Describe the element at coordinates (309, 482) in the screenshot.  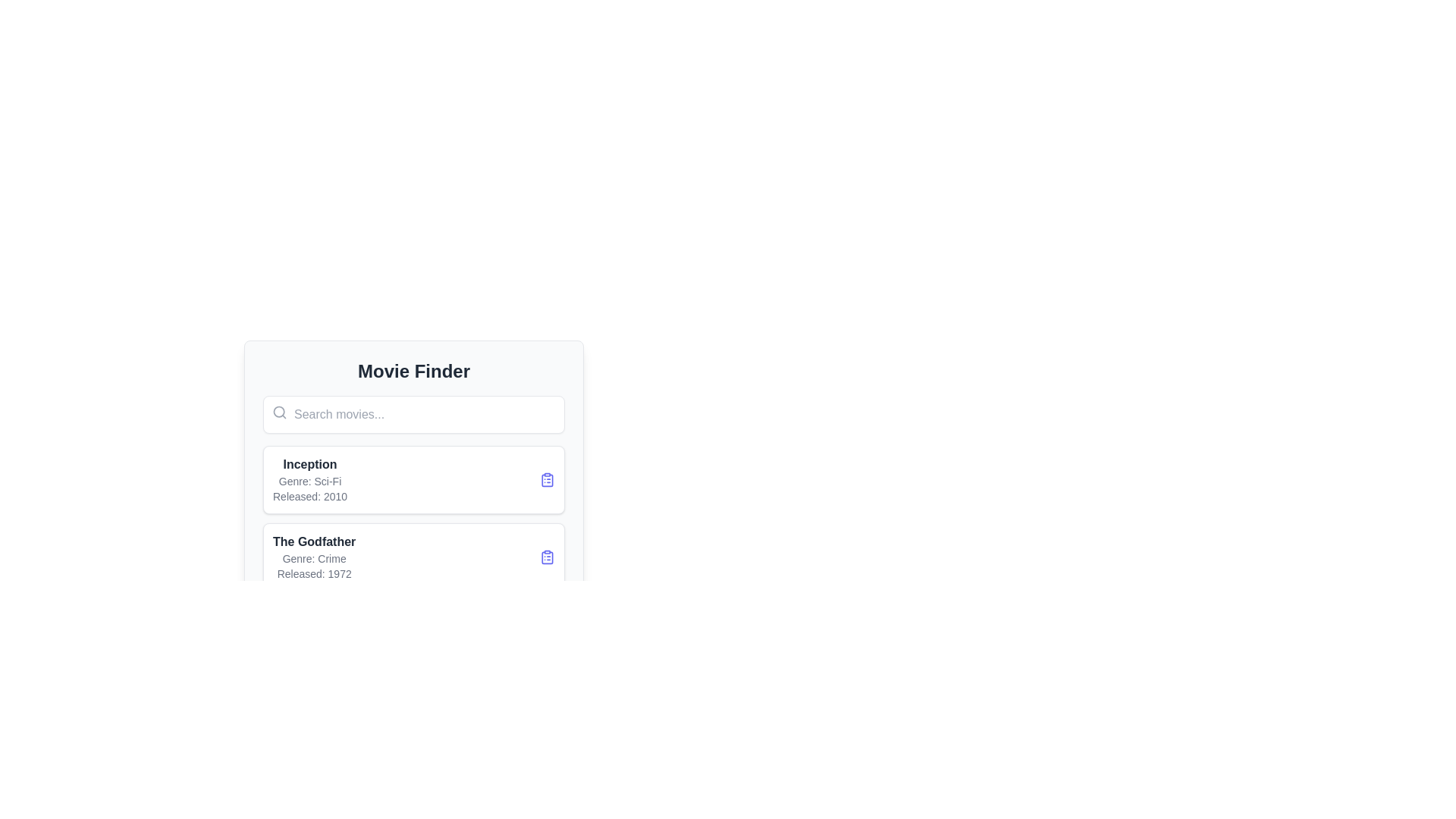
I see `the text label displaying the genre of the movie 'Inception', which is located under the title in the movie detail section` at that location.